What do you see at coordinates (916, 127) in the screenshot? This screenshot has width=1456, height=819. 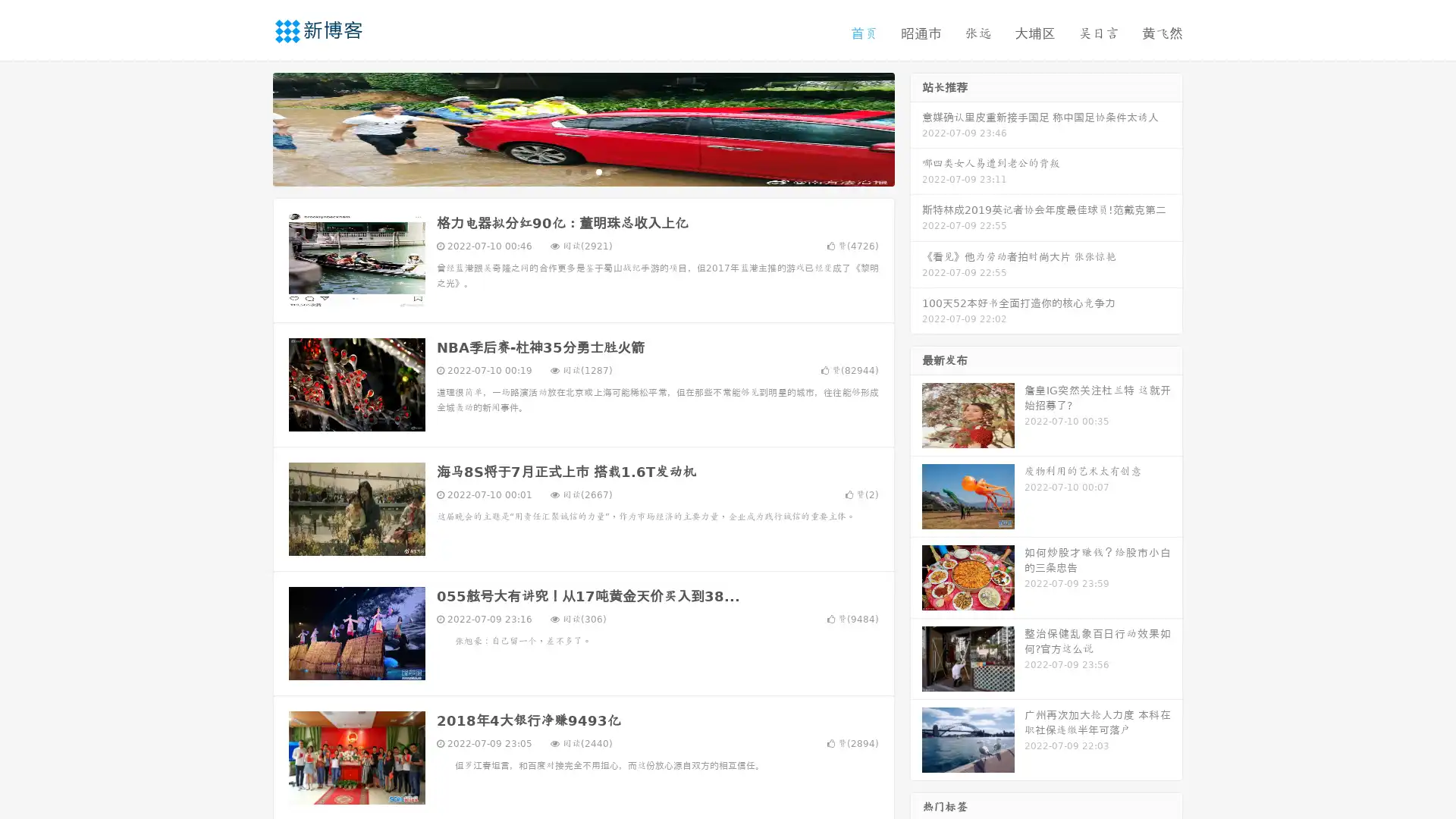 I see `Next slide` at bounding box center [916, 127].